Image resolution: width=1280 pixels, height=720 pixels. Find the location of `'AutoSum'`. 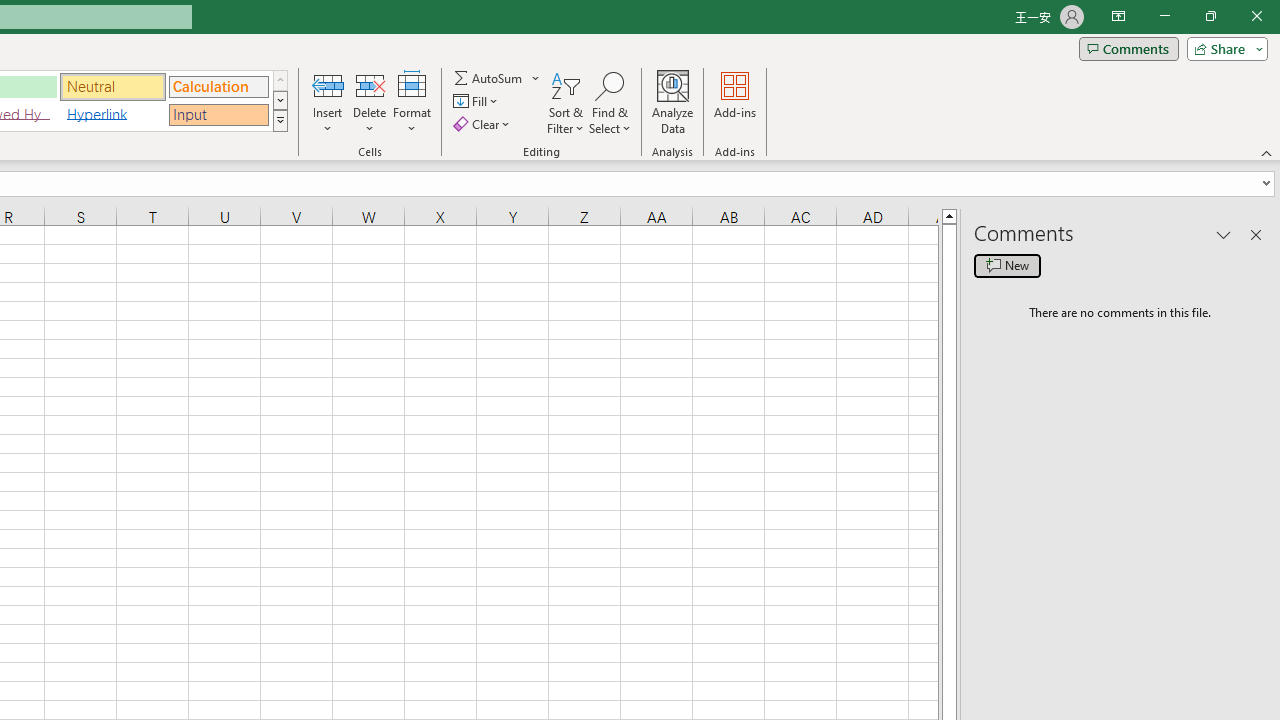

'AutoSum' is located at coordinates (497, 77).